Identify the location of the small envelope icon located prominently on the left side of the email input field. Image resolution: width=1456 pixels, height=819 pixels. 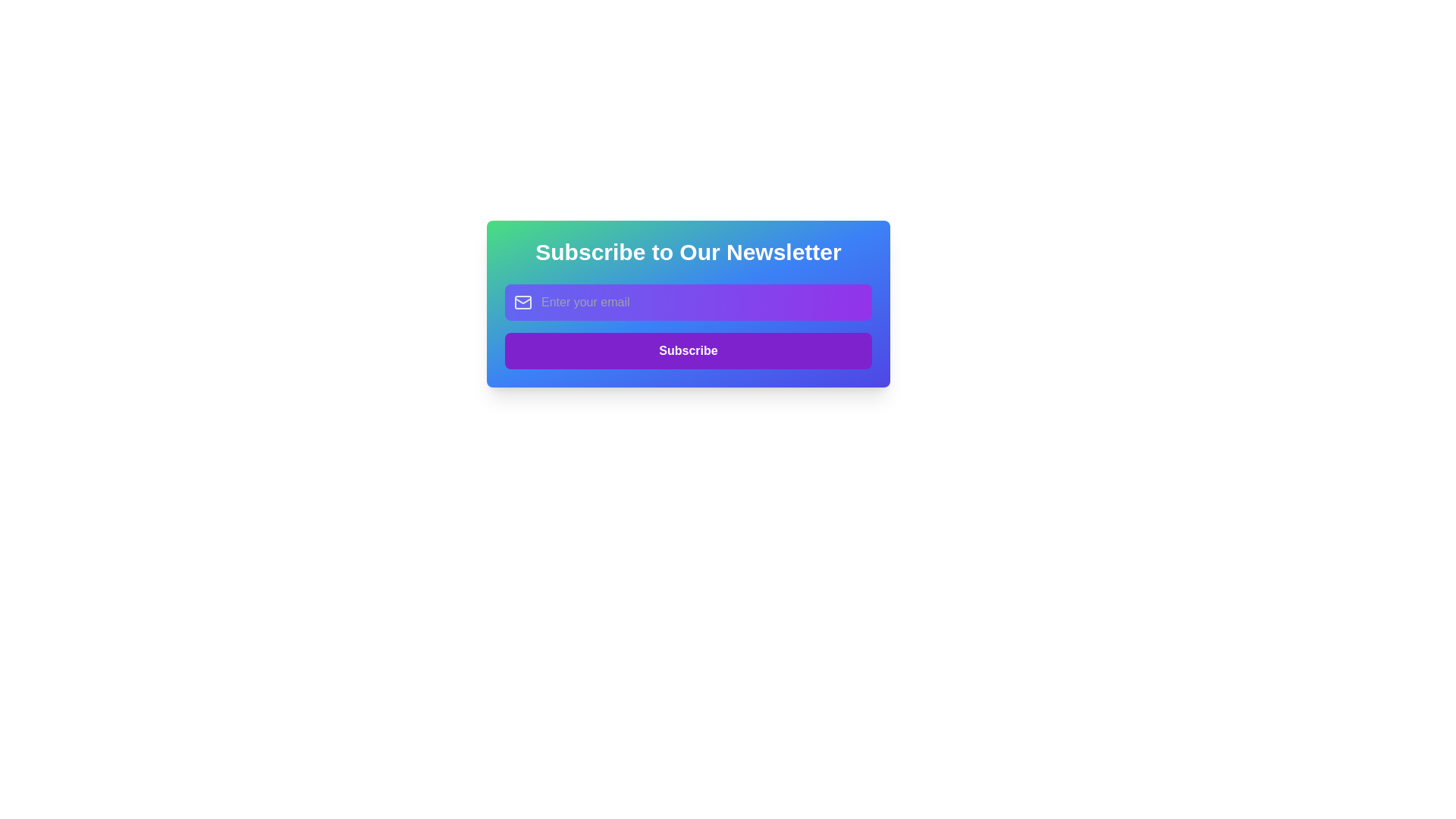
(523, 302).